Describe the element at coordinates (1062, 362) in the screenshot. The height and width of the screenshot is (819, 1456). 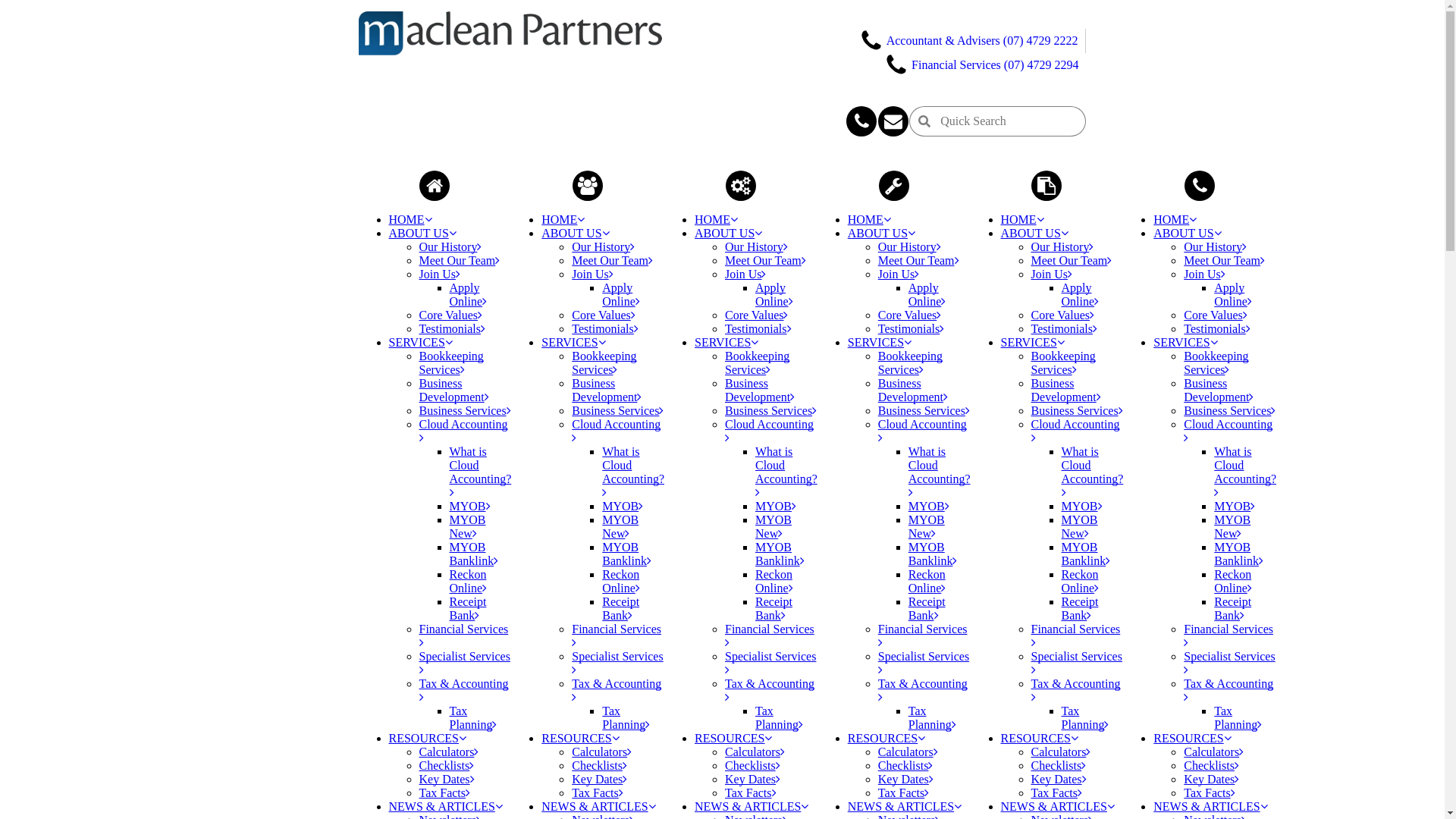
I see `'Bookkeeping Services'` at that location.